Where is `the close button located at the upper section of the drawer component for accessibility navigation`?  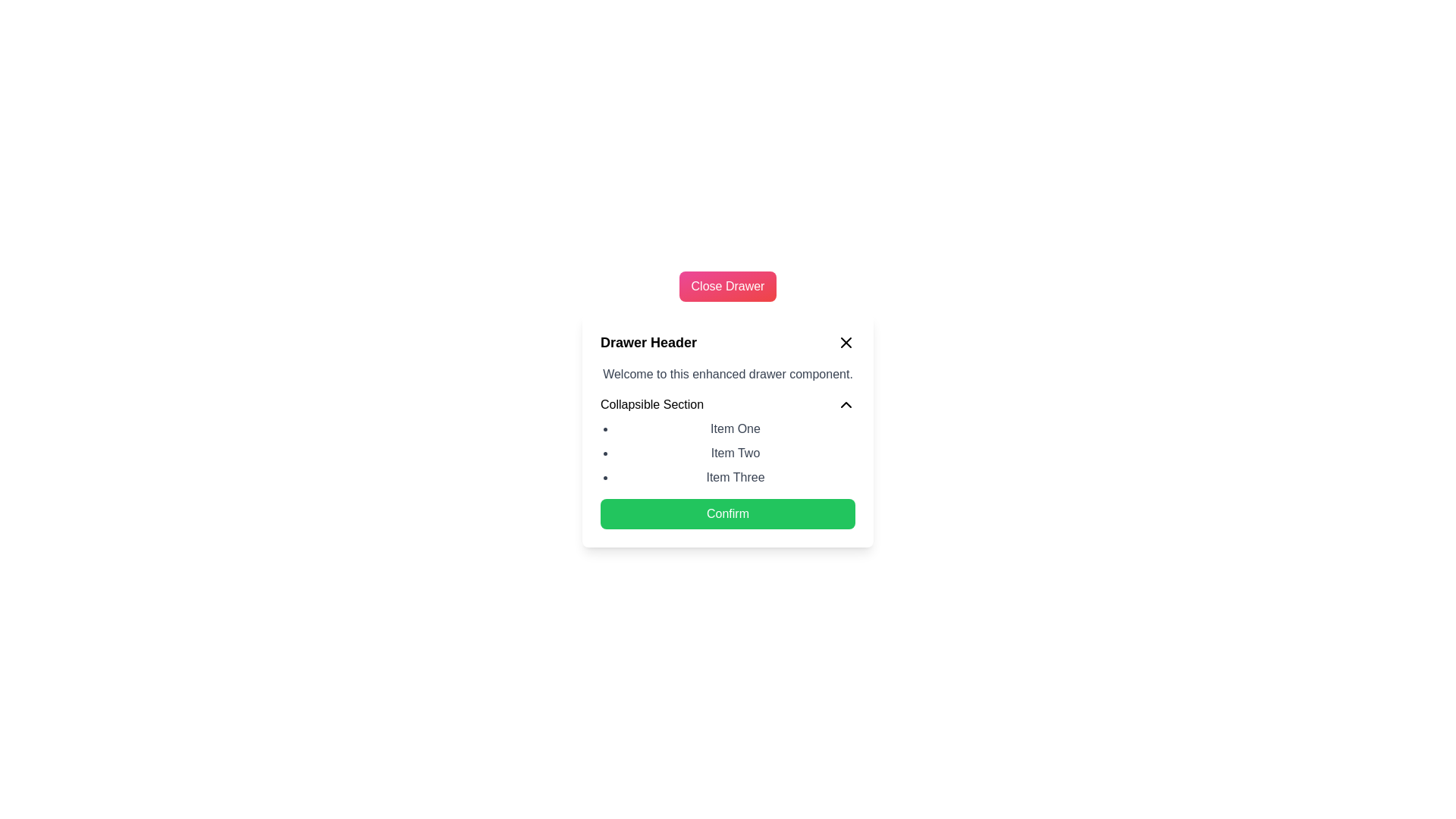 the close button located at the upper section of the drawer component for accessibility navigation is located at coordinates (728, 287).